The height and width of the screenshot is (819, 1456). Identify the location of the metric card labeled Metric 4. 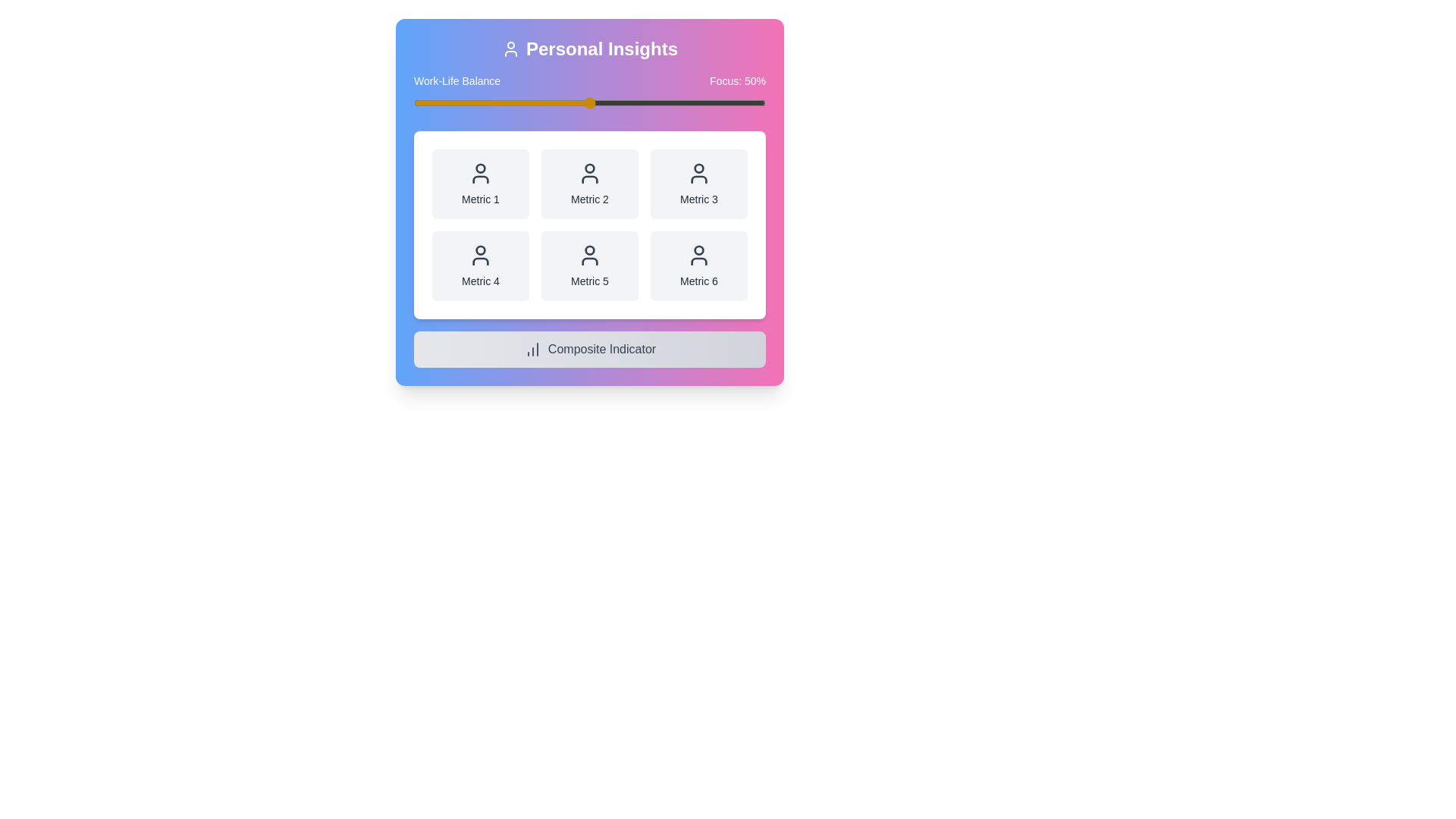
(479, 265).